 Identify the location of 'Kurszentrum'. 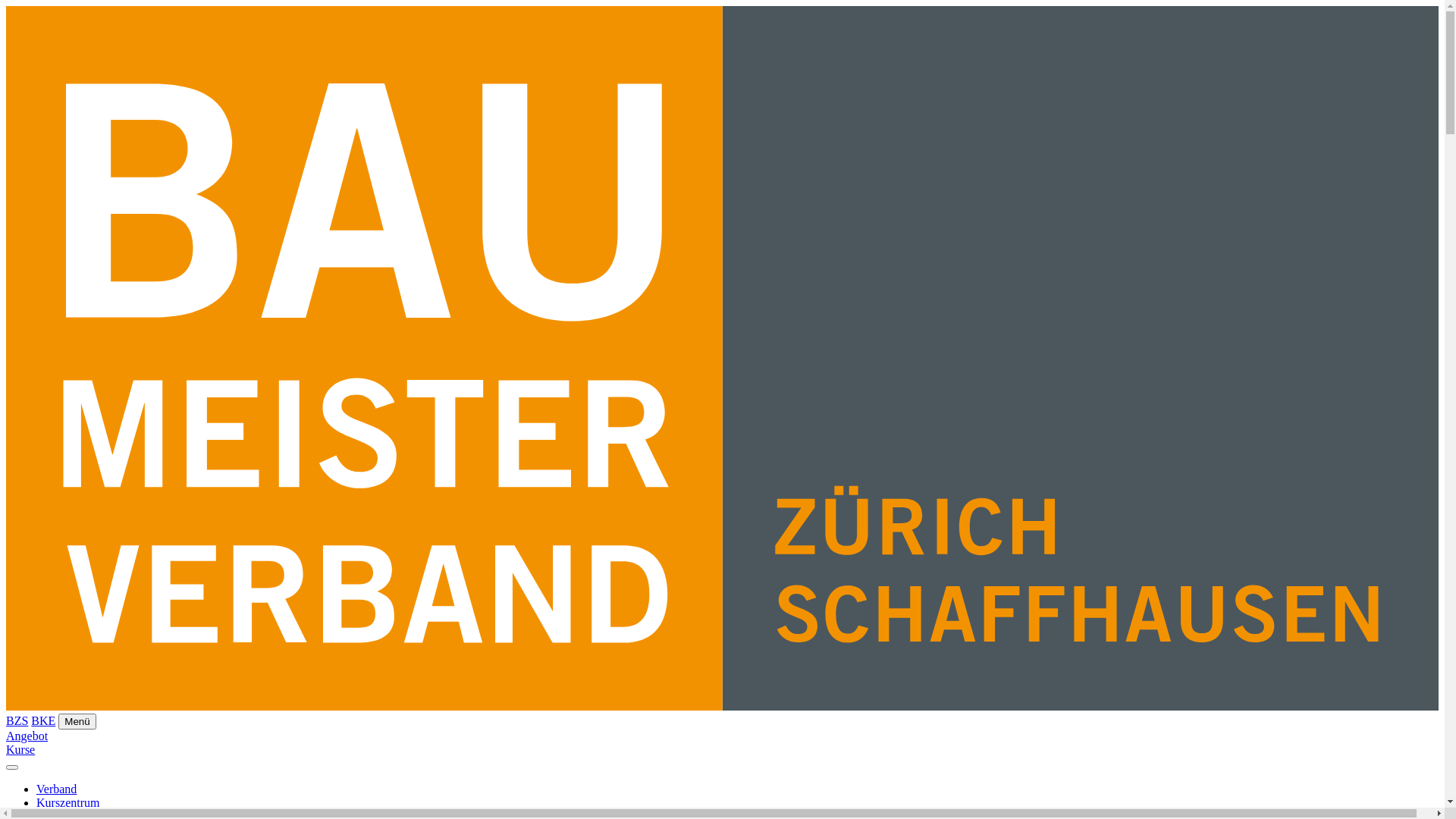
(67, 802).